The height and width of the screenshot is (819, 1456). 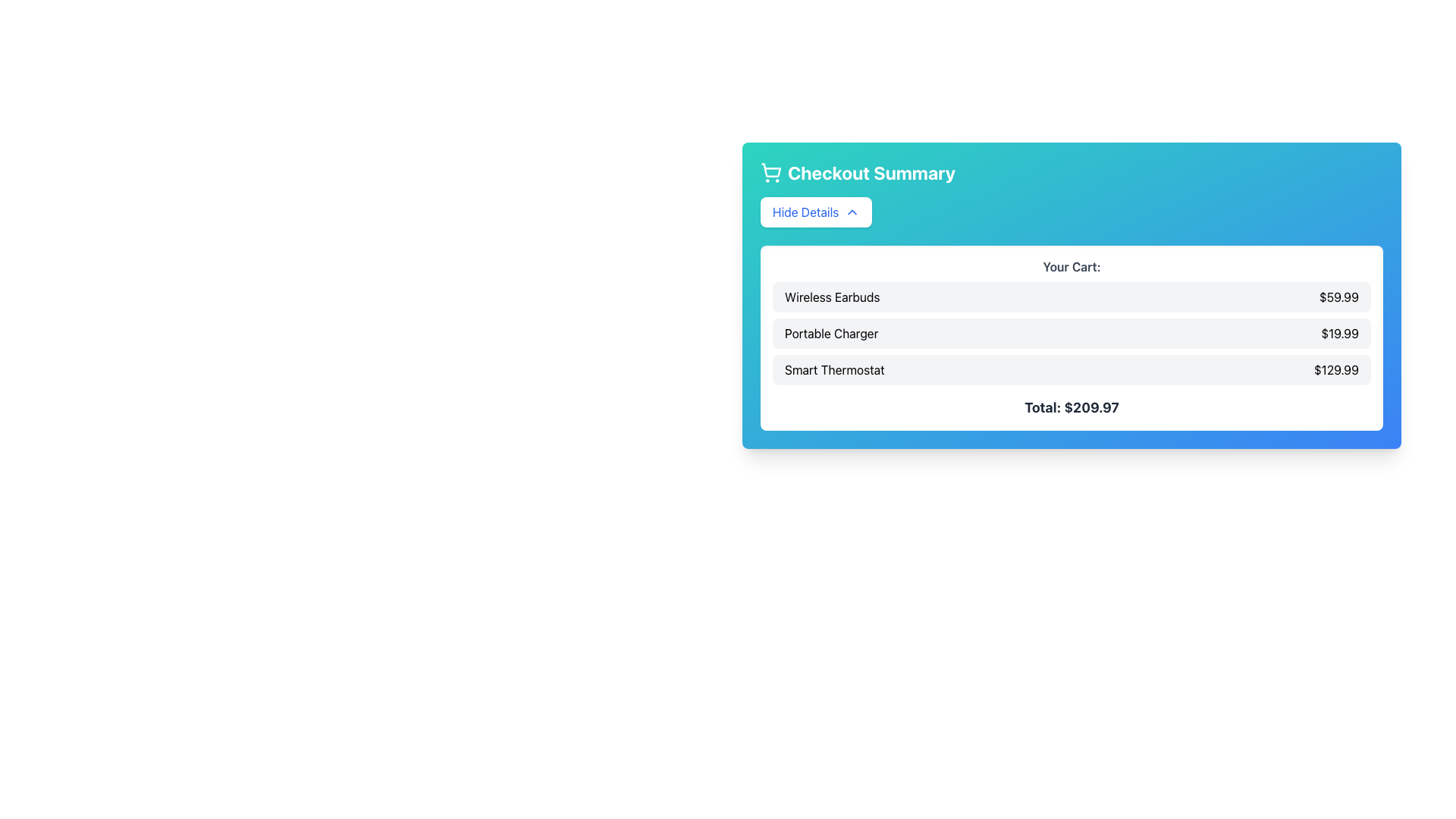 What do you see at coordinates (1071, 406) in the screenshot?
I see `the total cost text label displayed under the cart summary, styled with bold text and a larger font size, located at the bottom of a white card with shadow and rounded corners` at bounding box center [1071, 406].